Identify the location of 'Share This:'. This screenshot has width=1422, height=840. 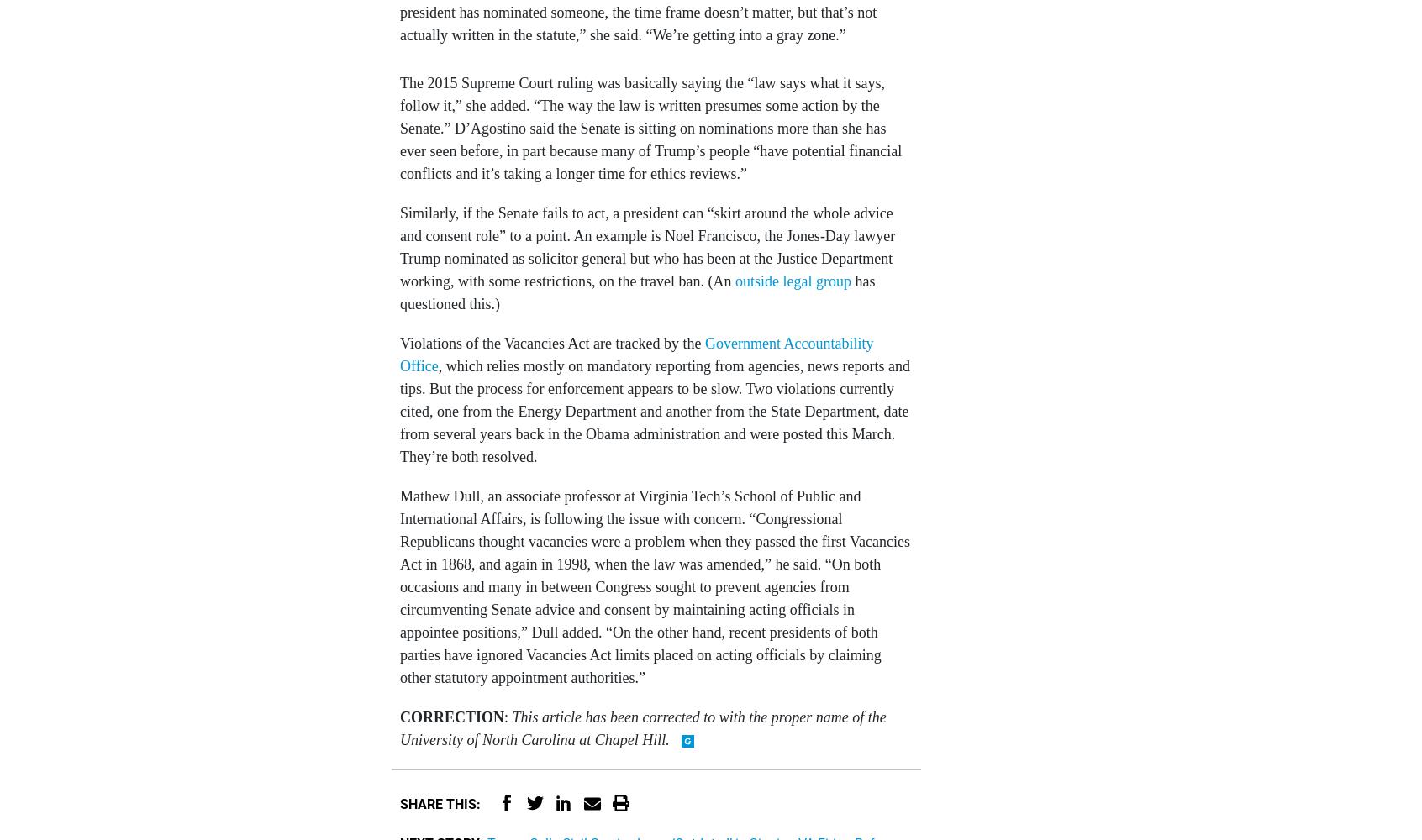
(440, 803).